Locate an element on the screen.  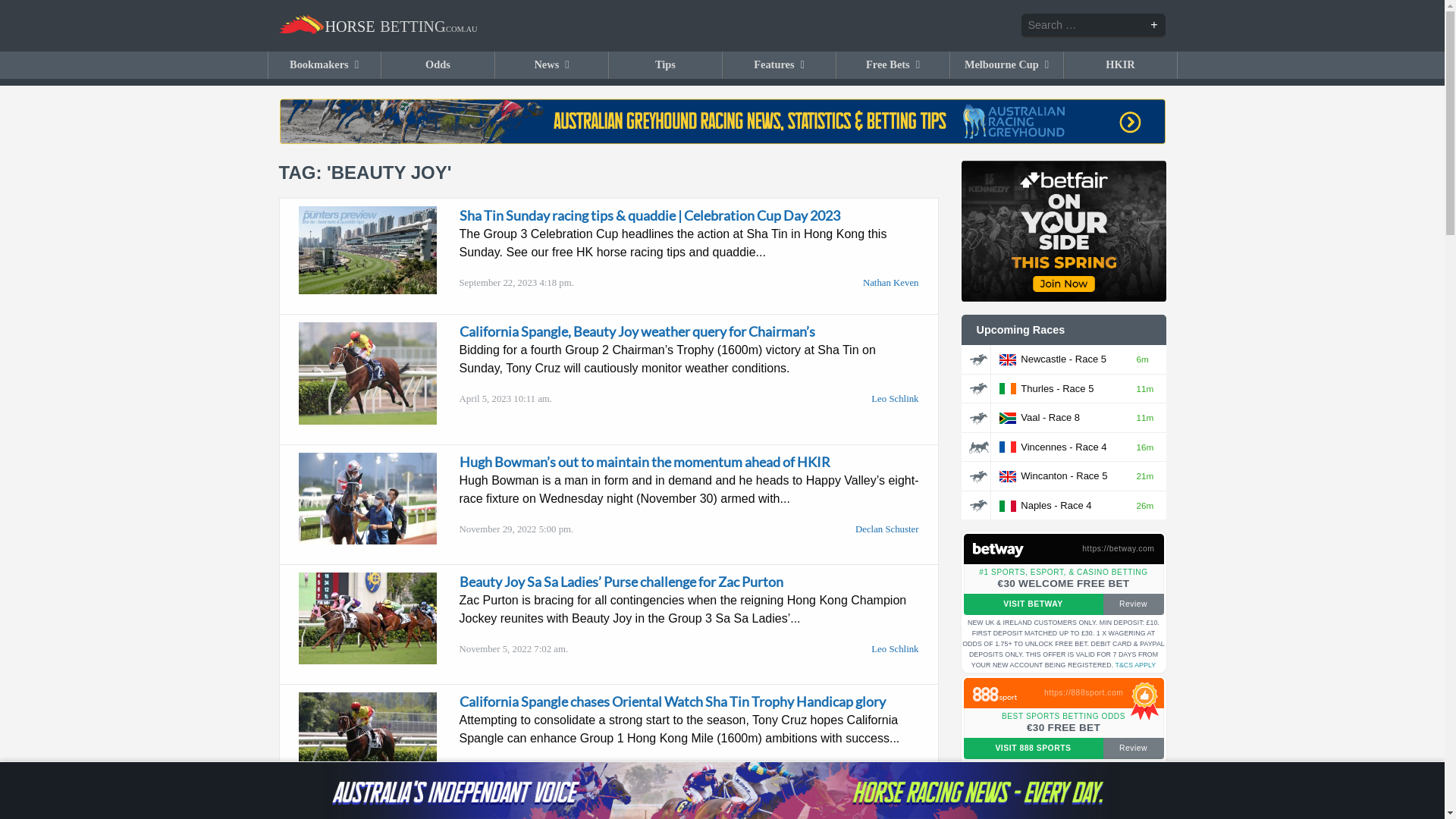
'Horse Betting' is located at coordinates (279, 24).